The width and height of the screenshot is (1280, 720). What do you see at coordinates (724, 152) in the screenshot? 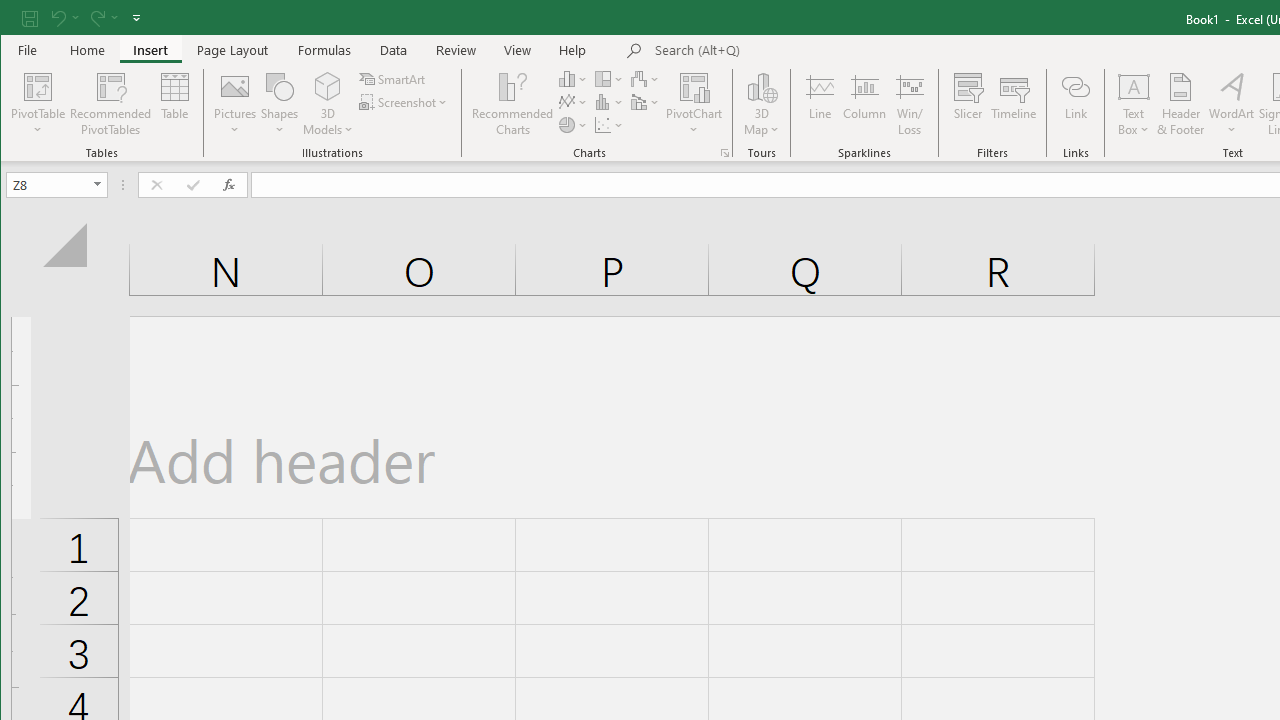
I see `'Recommended Charts'` at bounding box center [724, 152].